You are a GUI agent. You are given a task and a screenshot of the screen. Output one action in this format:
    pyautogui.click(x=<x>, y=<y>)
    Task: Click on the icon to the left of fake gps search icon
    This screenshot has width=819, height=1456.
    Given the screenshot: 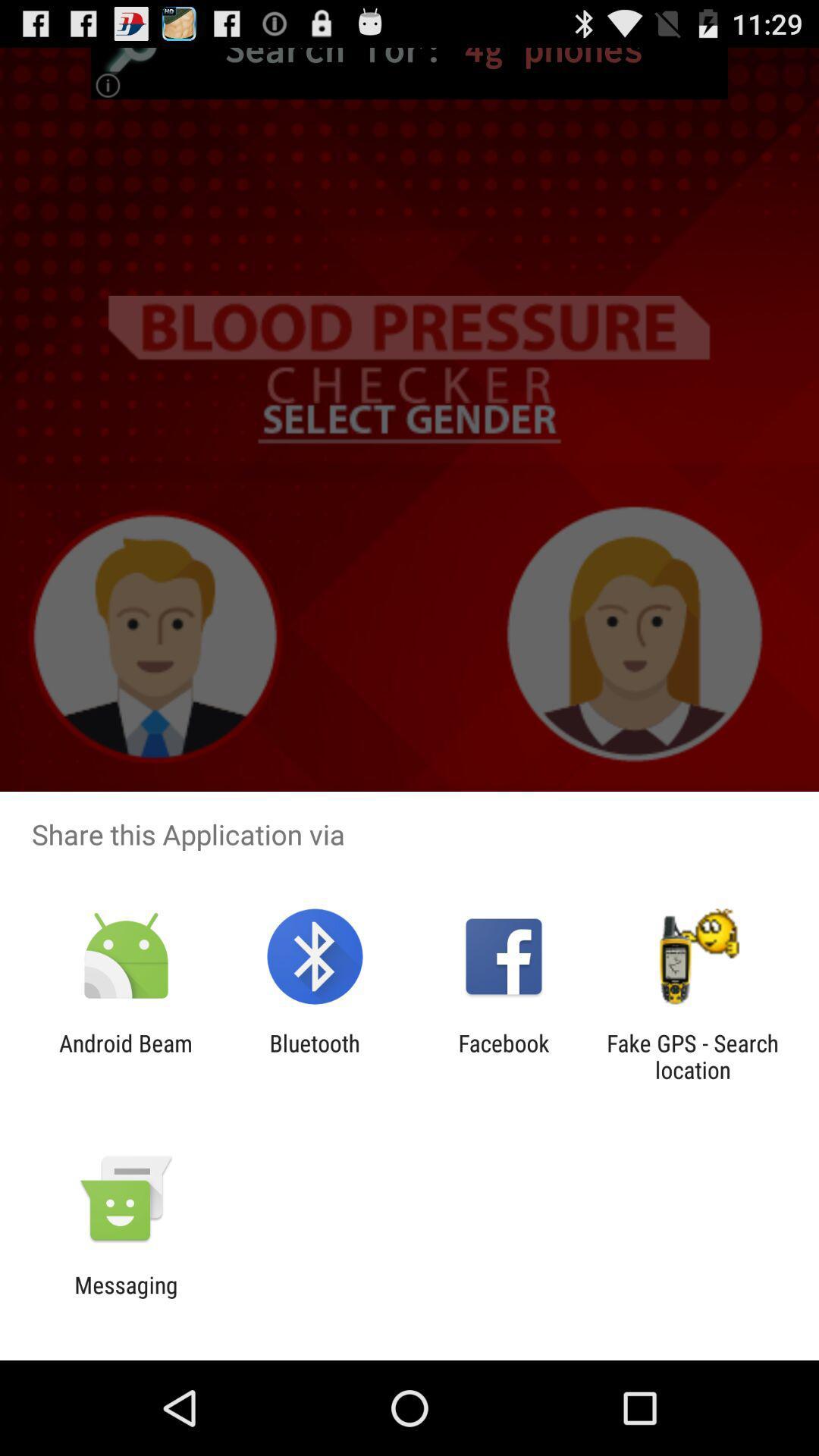 What is the action you would take?
    pyautogui.click(x=504, y=1056)
    